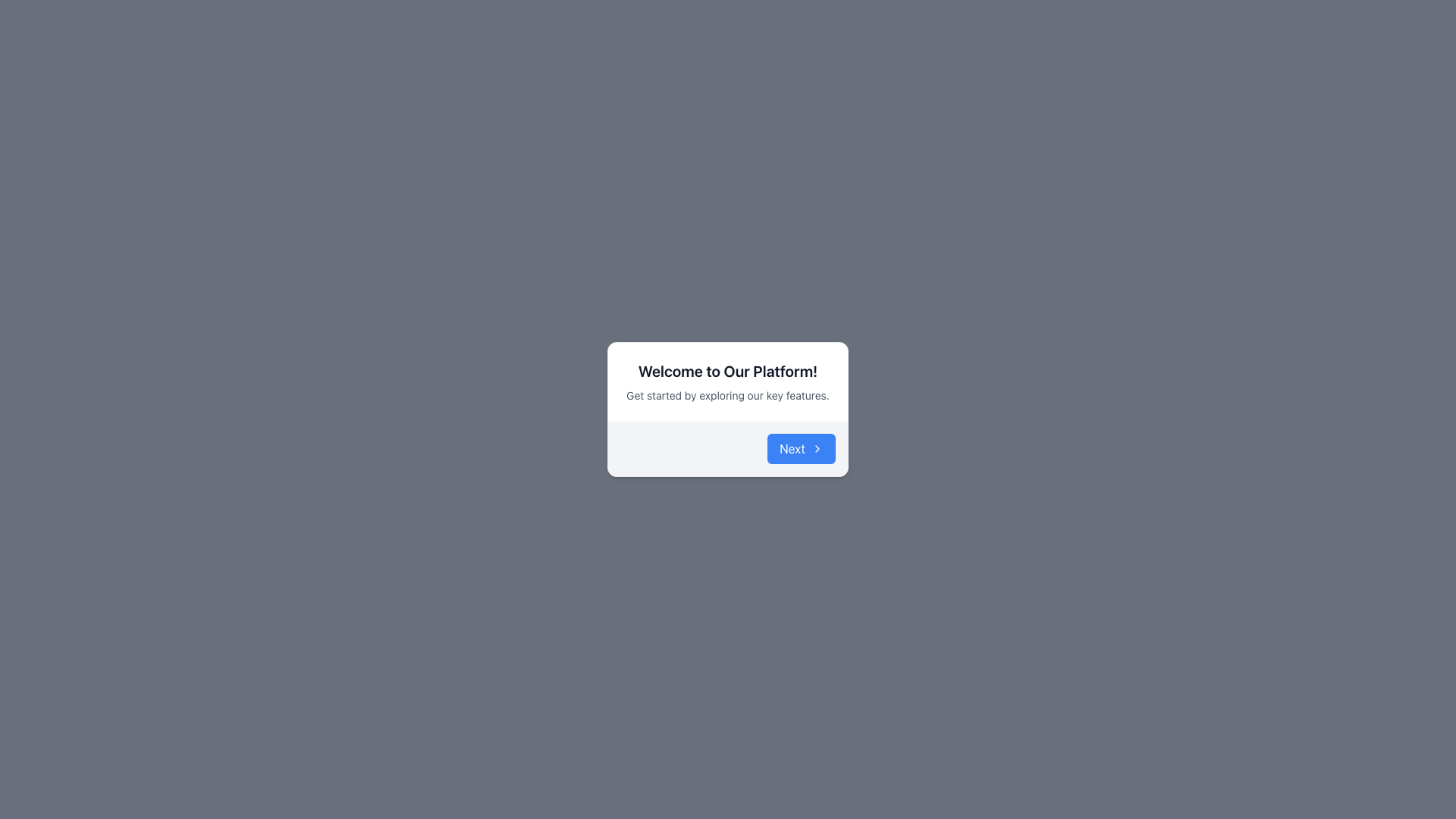 The width and height of the screenshot is (1456, 819). What do you see at coordinates (816, 447) in the screenshot?
I see `the chevron arrow icon located on the right side of the 'Next' button, which indicates a forward action or navigation` at bounding box center [816, 447].